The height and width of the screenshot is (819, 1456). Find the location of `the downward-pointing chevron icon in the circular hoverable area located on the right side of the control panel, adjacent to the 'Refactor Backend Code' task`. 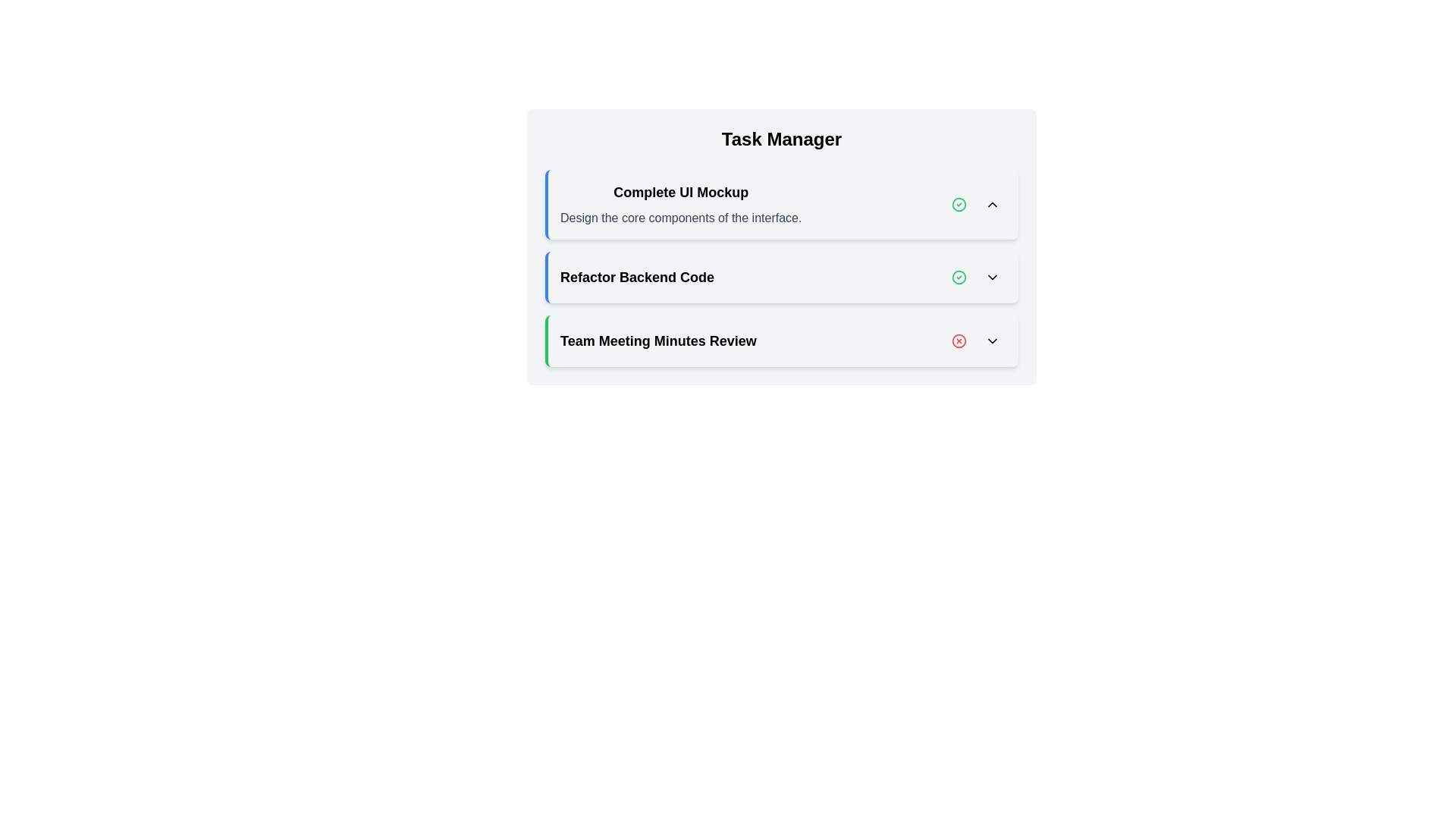

the downward-pointing chevron icon in the circular hoverable area located on the right side of the control panel, adjacent to the 'Refactor Backend Code' task is located at coordinates (993, 278).